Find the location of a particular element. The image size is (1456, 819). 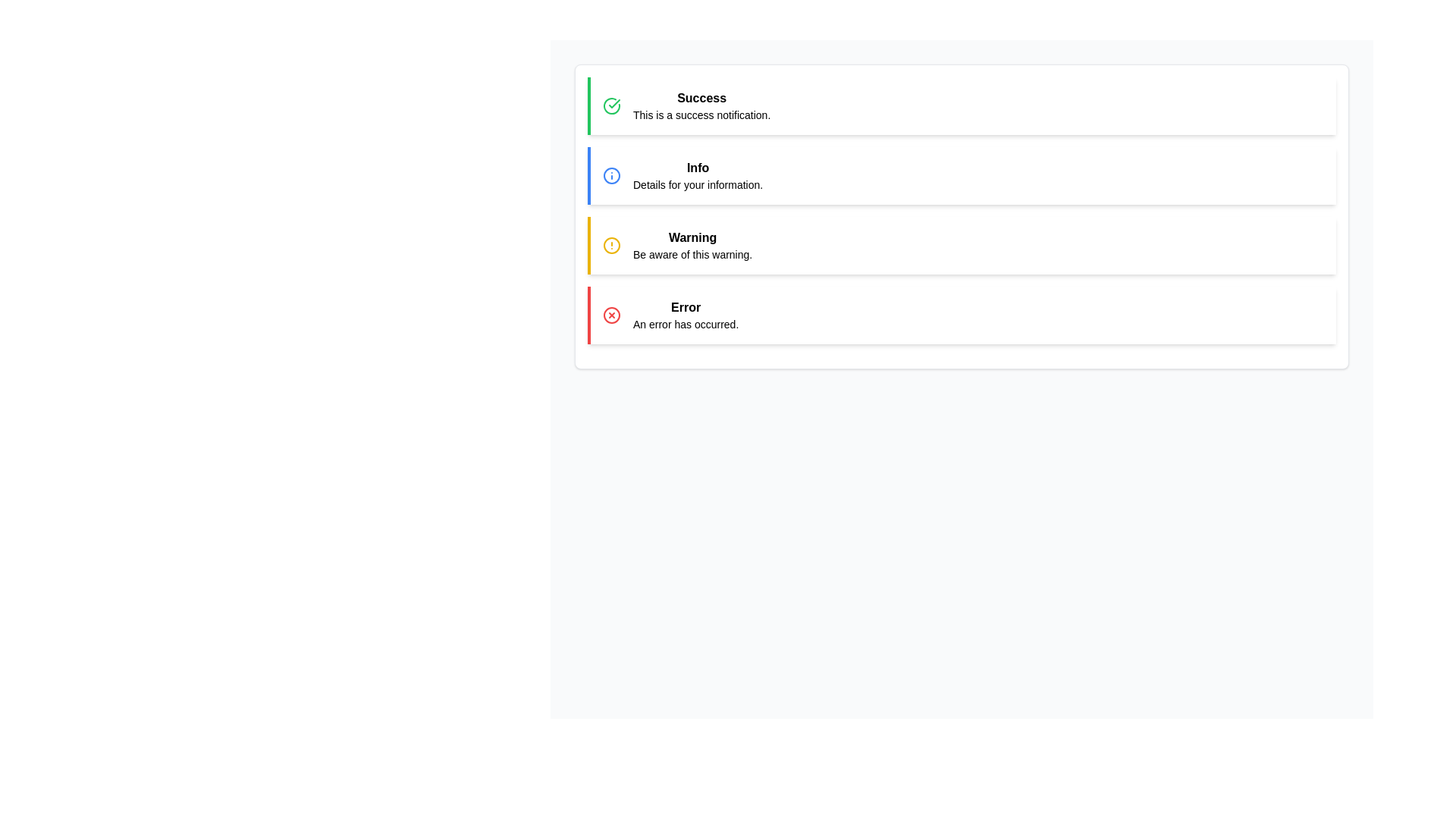

the error notification text display, which contains the bold 'Error' text and the smaller 'An error has occurred.' message, styled within a card-like structure with a red color accent on the left border is located at coordinates (685, 315).